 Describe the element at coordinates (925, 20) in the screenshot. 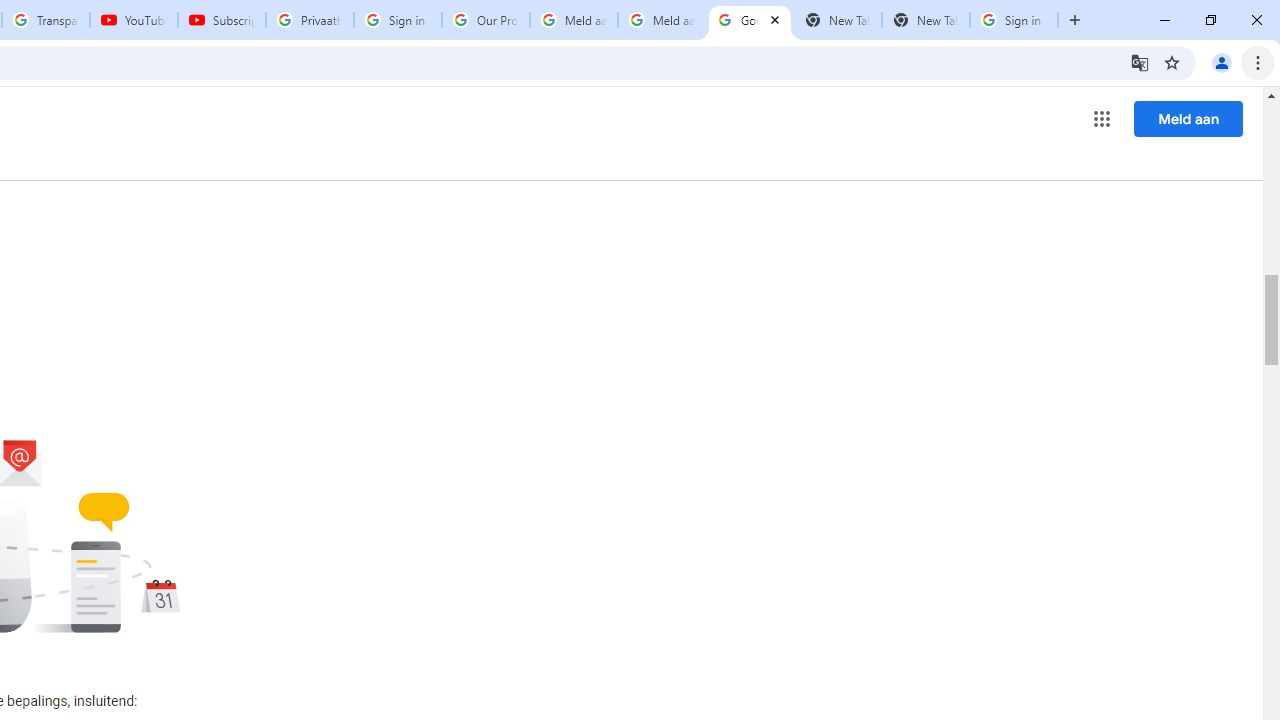

I see `'New Tab'` at that location.